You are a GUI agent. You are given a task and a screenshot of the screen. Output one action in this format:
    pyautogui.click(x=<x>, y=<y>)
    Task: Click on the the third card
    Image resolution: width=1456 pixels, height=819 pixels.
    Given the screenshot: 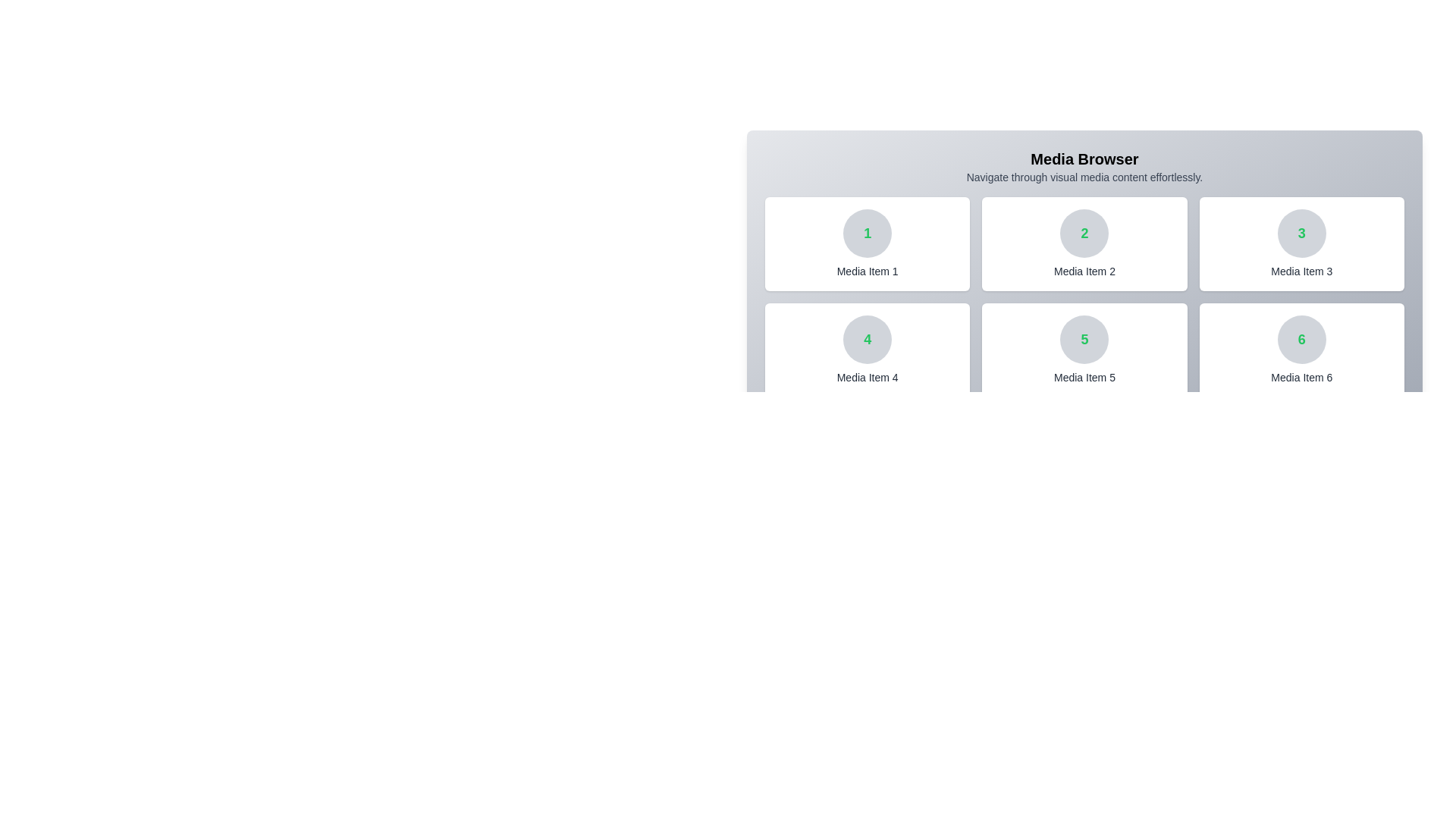 What is the action you would take?
    pyautogui.click(x=1301, y=243)
    